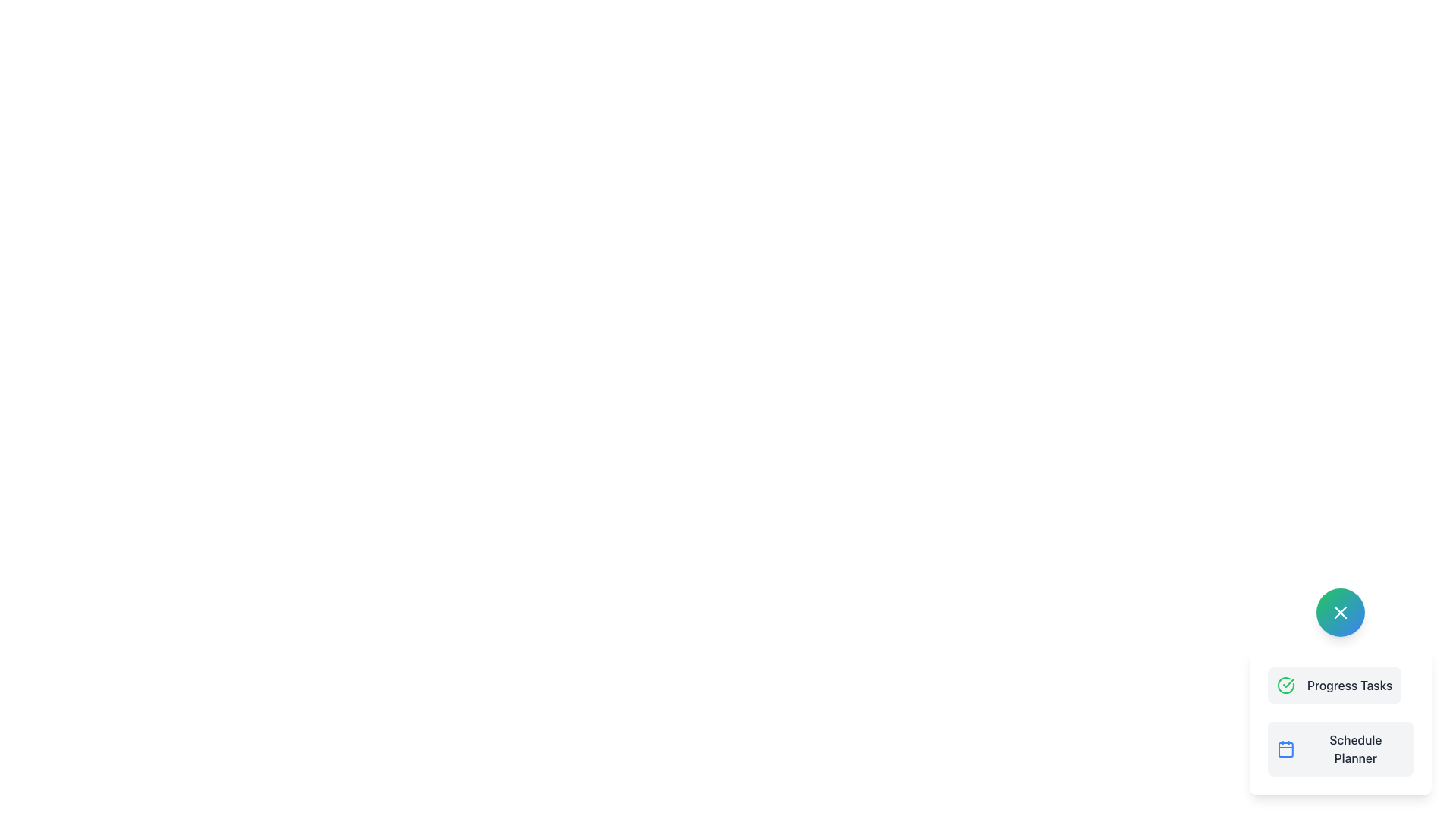 The image size is (1456, 819). What do you see at coordinates (1355, 748) in the screenshot?
I see `the 'Schedule Planner' text label, which is displayed in dark gray font and is located below the 'Progress Tasks' item in the vertical list` at bounding box center [1355, 748].